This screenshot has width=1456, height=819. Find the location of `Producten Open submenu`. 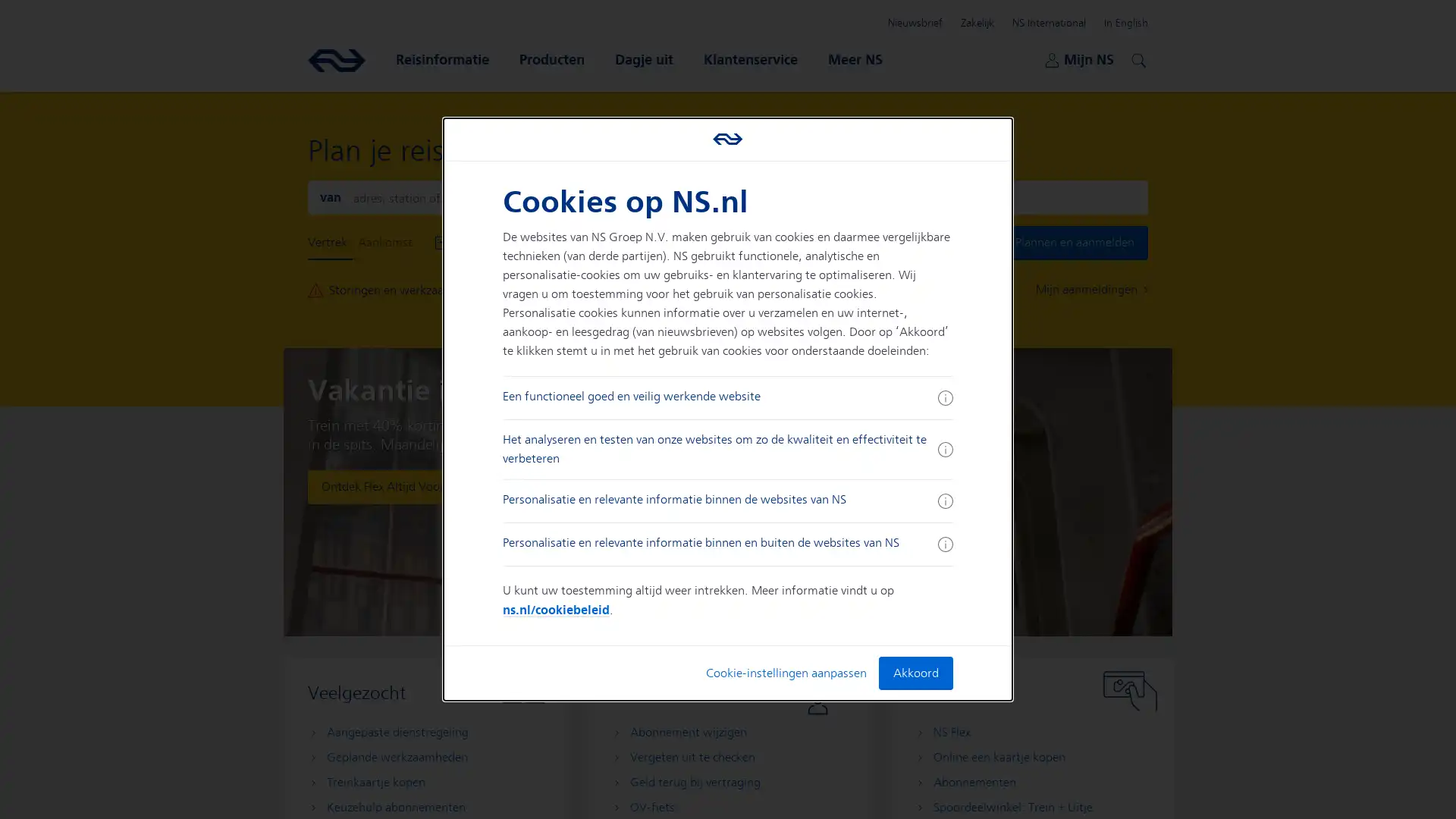

Producten Open submenu is located at coordinates (551, 58).